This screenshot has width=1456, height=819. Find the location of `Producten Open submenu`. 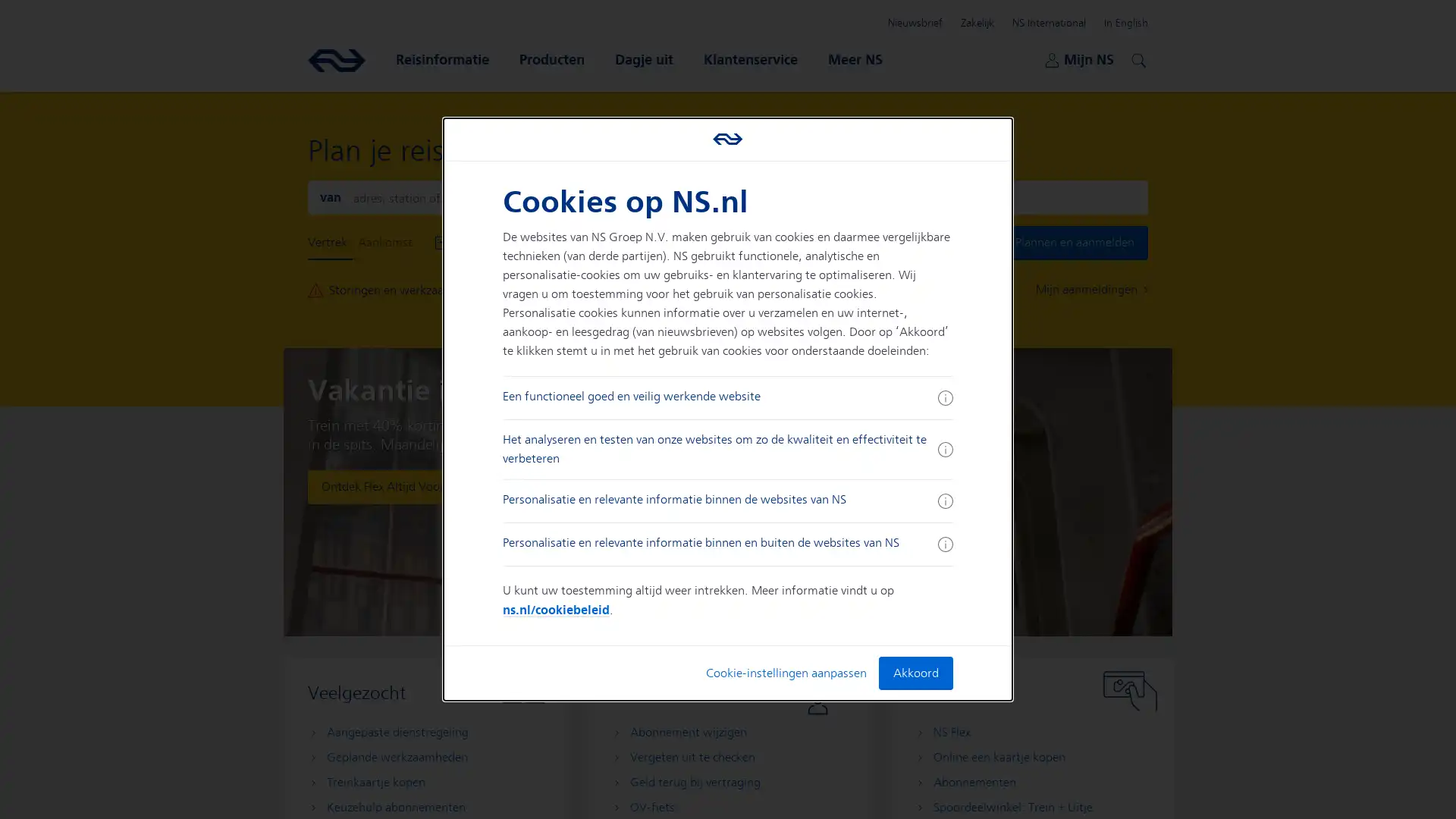

Producten Open submenu is located at coordinates (551, 58).